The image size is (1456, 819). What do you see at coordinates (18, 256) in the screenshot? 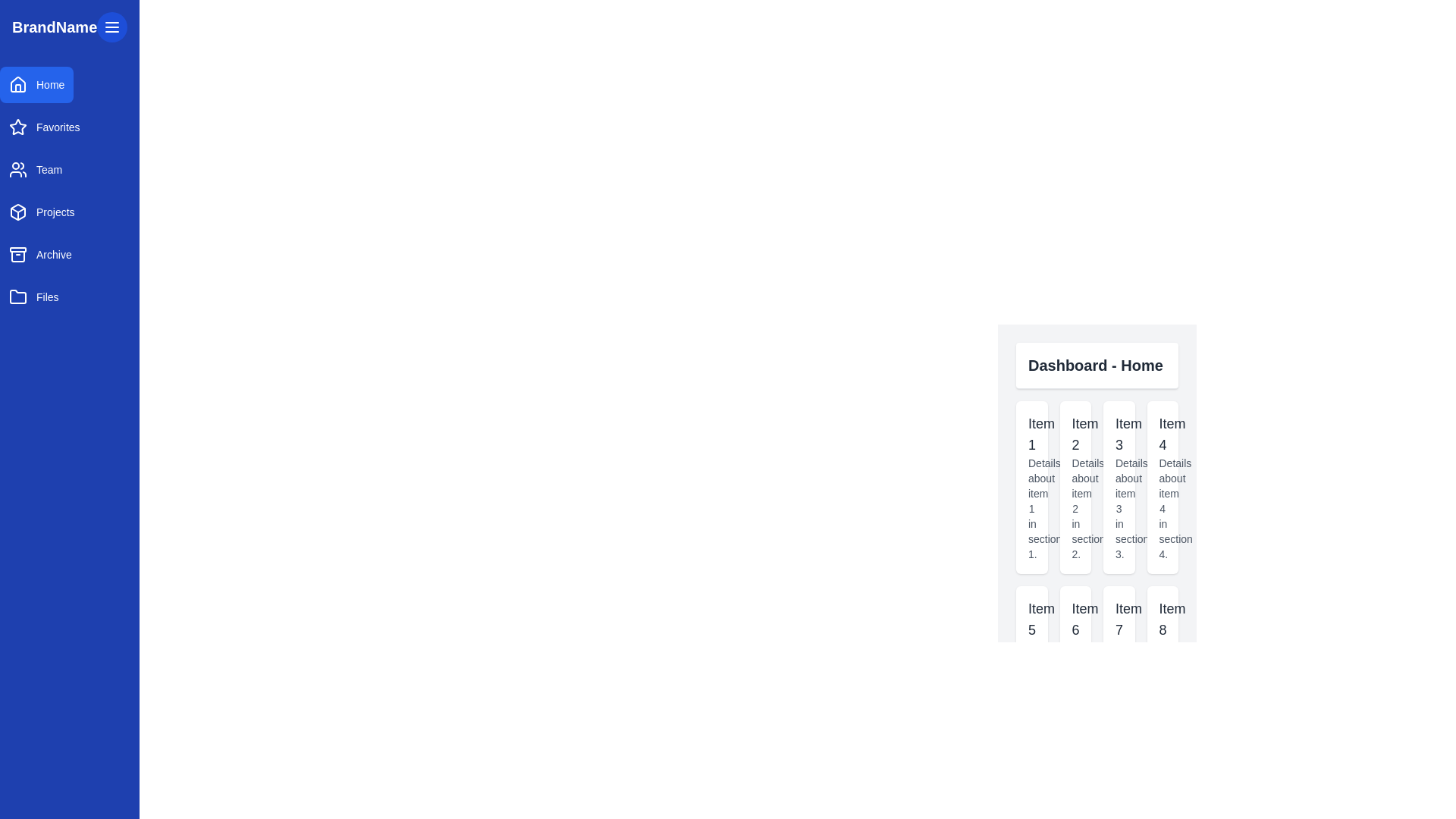
I see `the main body of the archive icon located in the vertical navigation menu, situated between the 'Projects' and 'Files' icons` at bounding box center [18, 256].